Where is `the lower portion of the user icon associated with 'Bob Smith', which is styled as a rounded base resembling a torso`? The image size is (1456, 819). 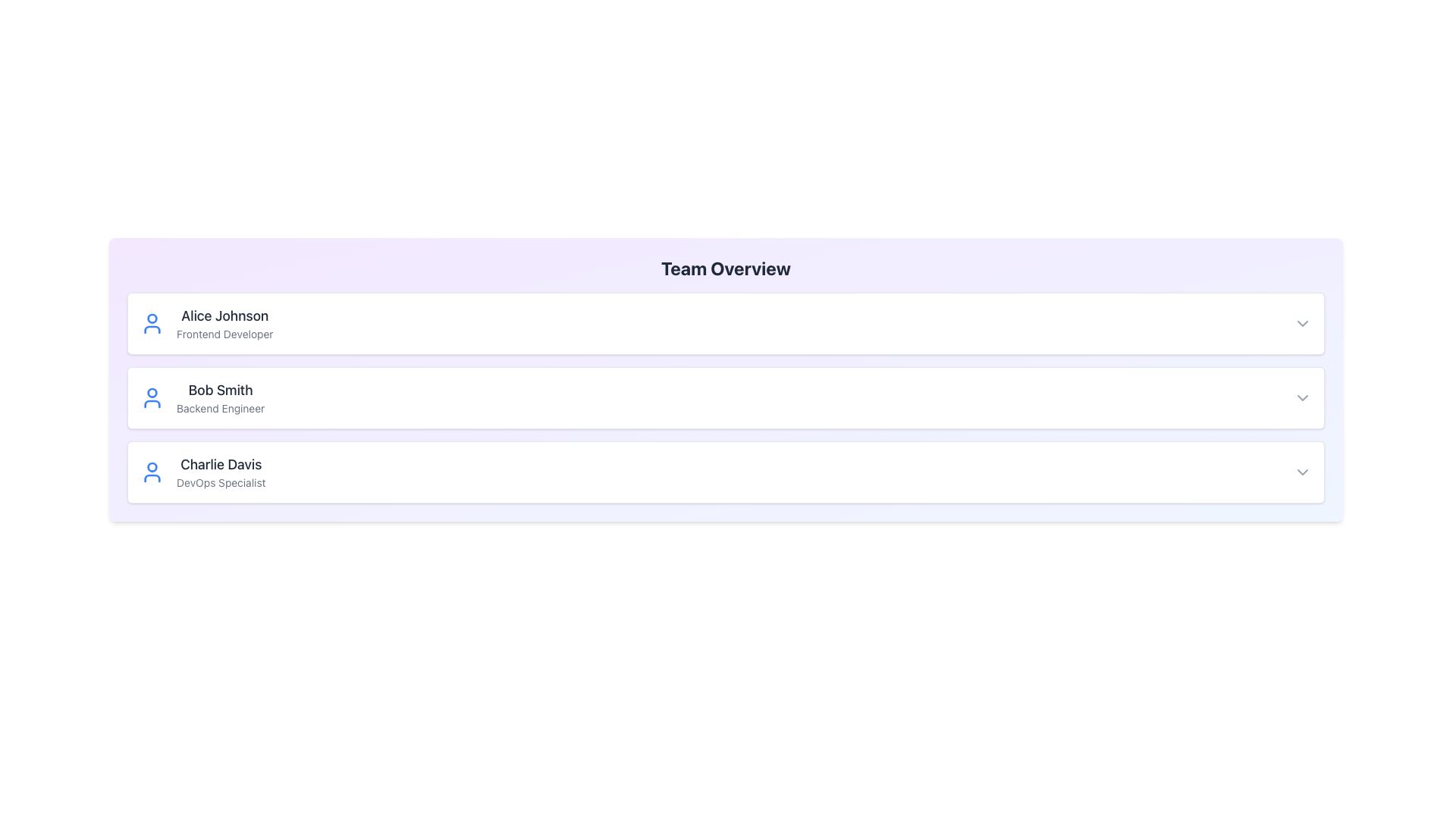
the lower portion of the user icon associated with 'Bob Smith', which is styled as a rounded base resembling a torso is located at coordinates (152, 403).